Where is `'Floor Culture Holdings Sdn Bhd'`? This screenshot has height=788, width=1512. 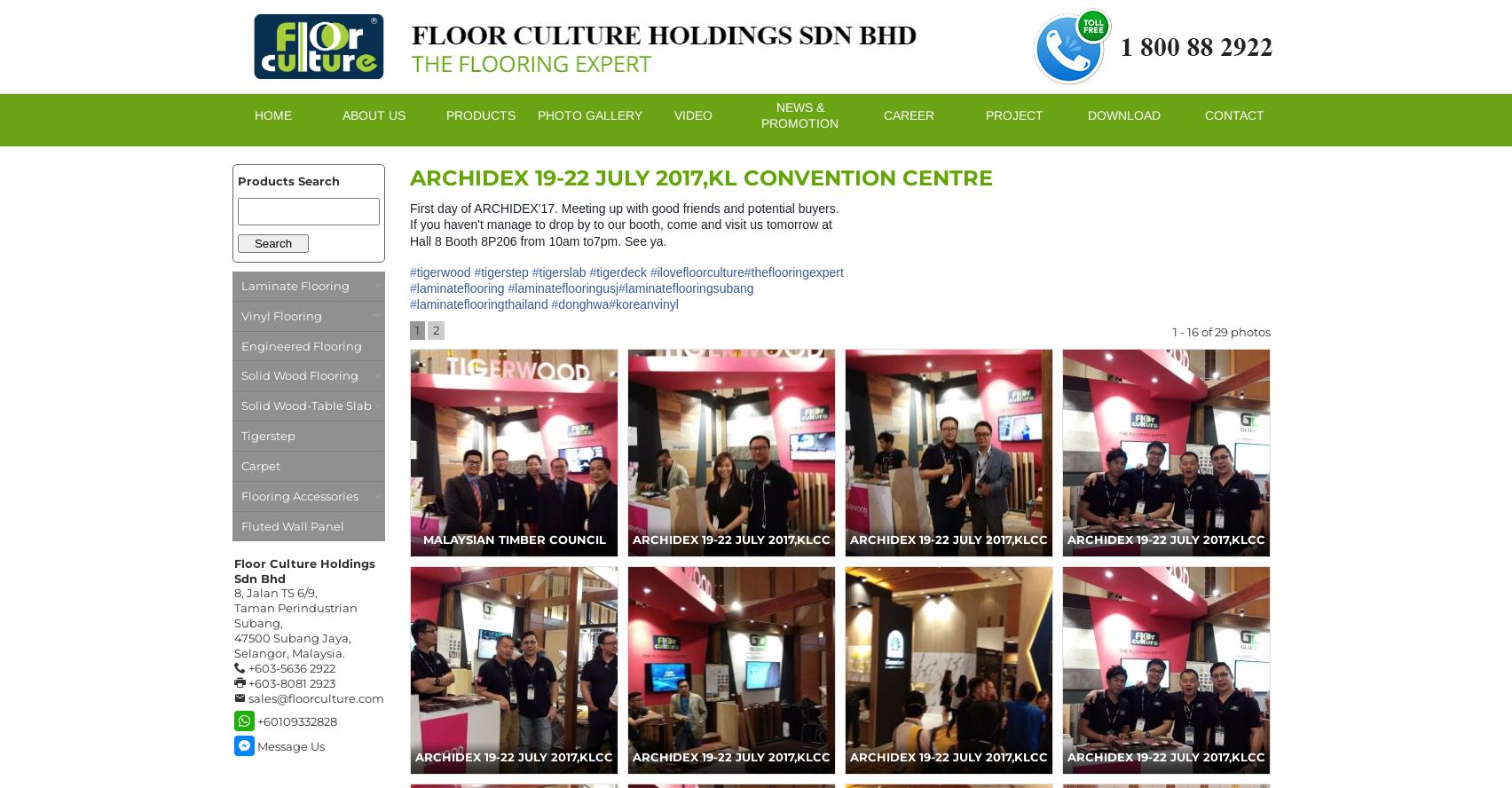 'Floor Culture Holdings Sdn Bhd' is located at coordinates (303, 569).